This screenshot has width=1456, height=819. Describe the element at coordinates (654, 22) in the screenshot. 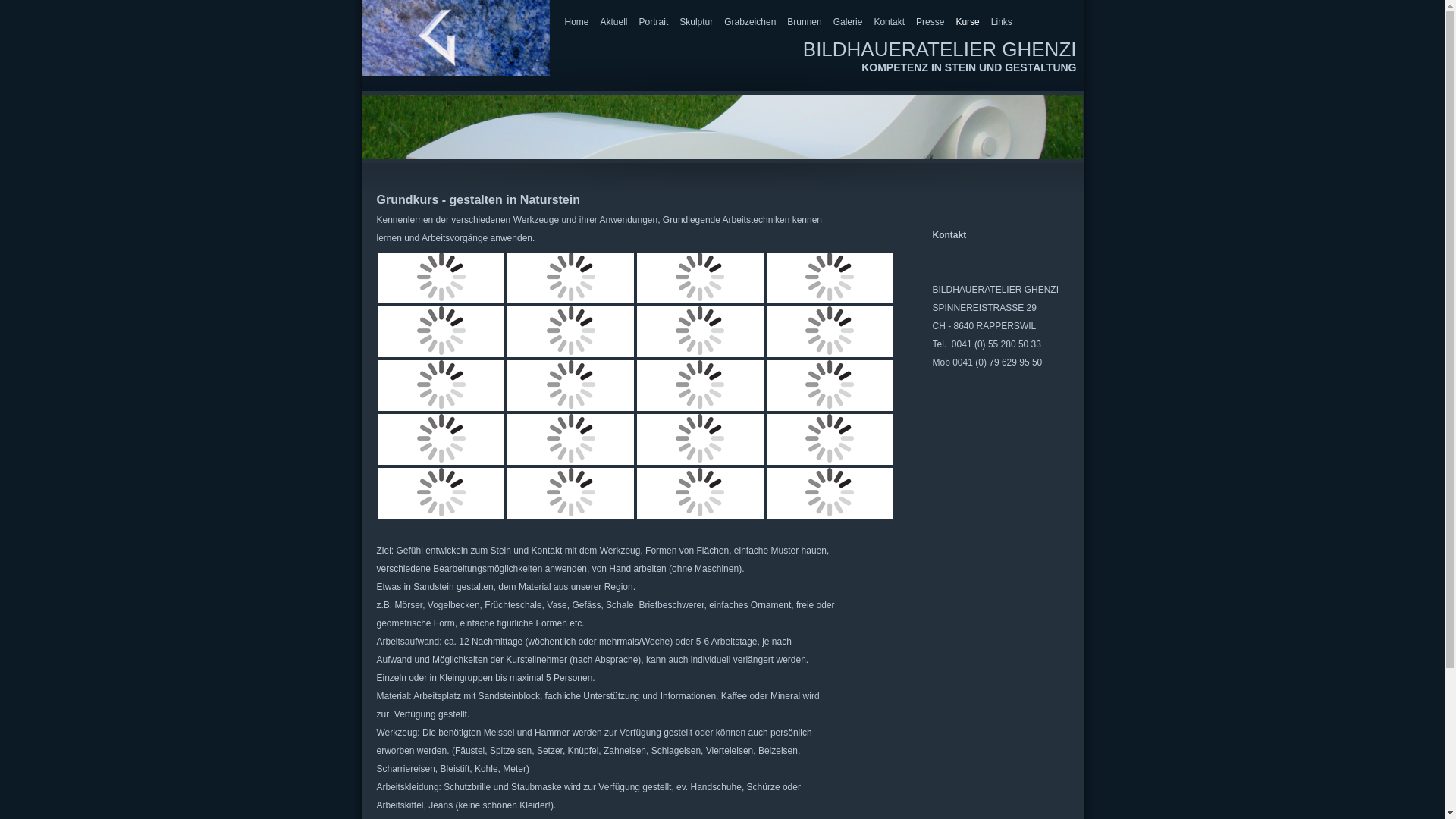

I see `'Portrait'` at that location.